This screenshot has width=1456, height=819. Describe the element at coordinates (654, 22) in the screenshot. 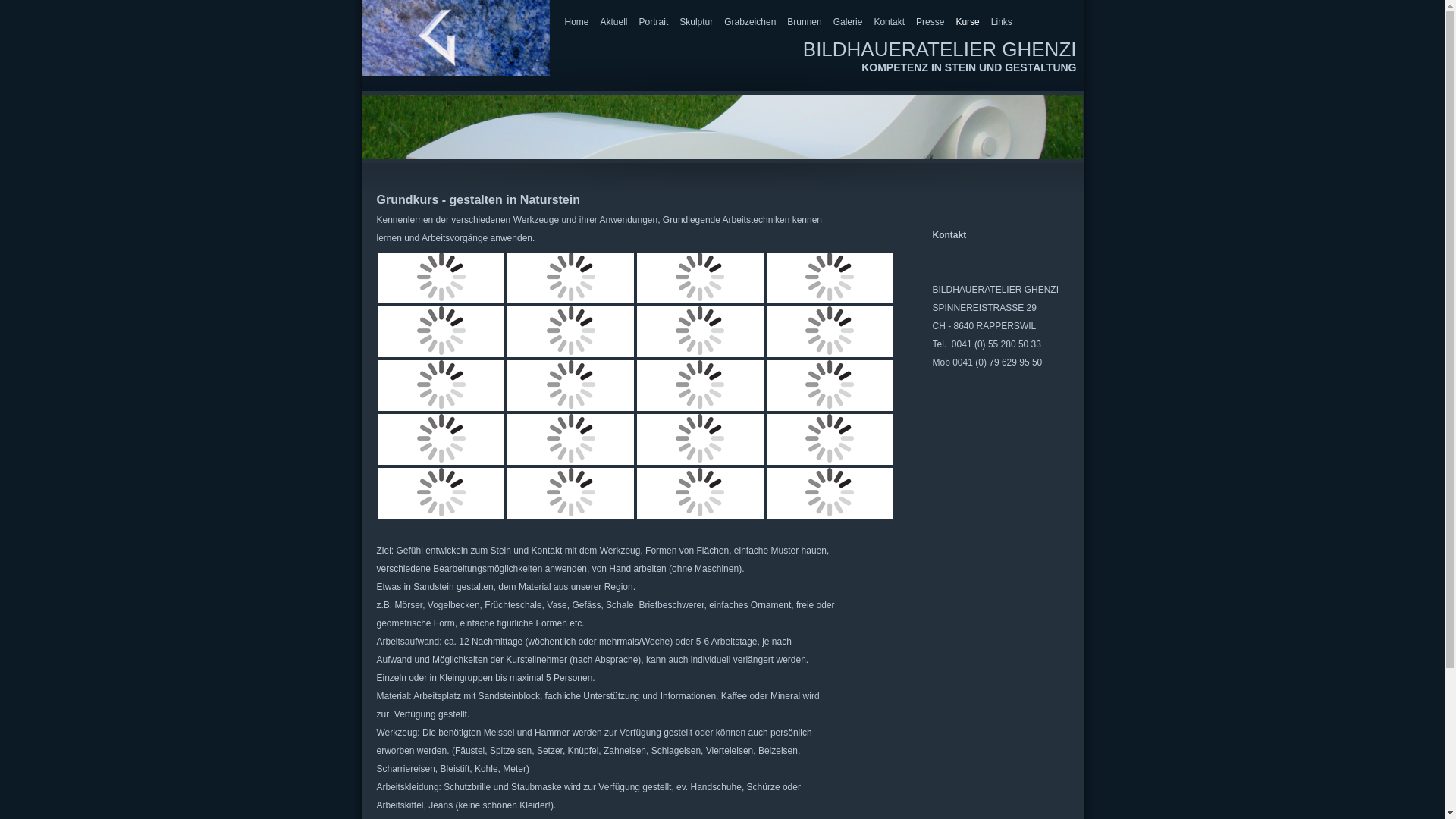

I see `'Portrait'` at that location.